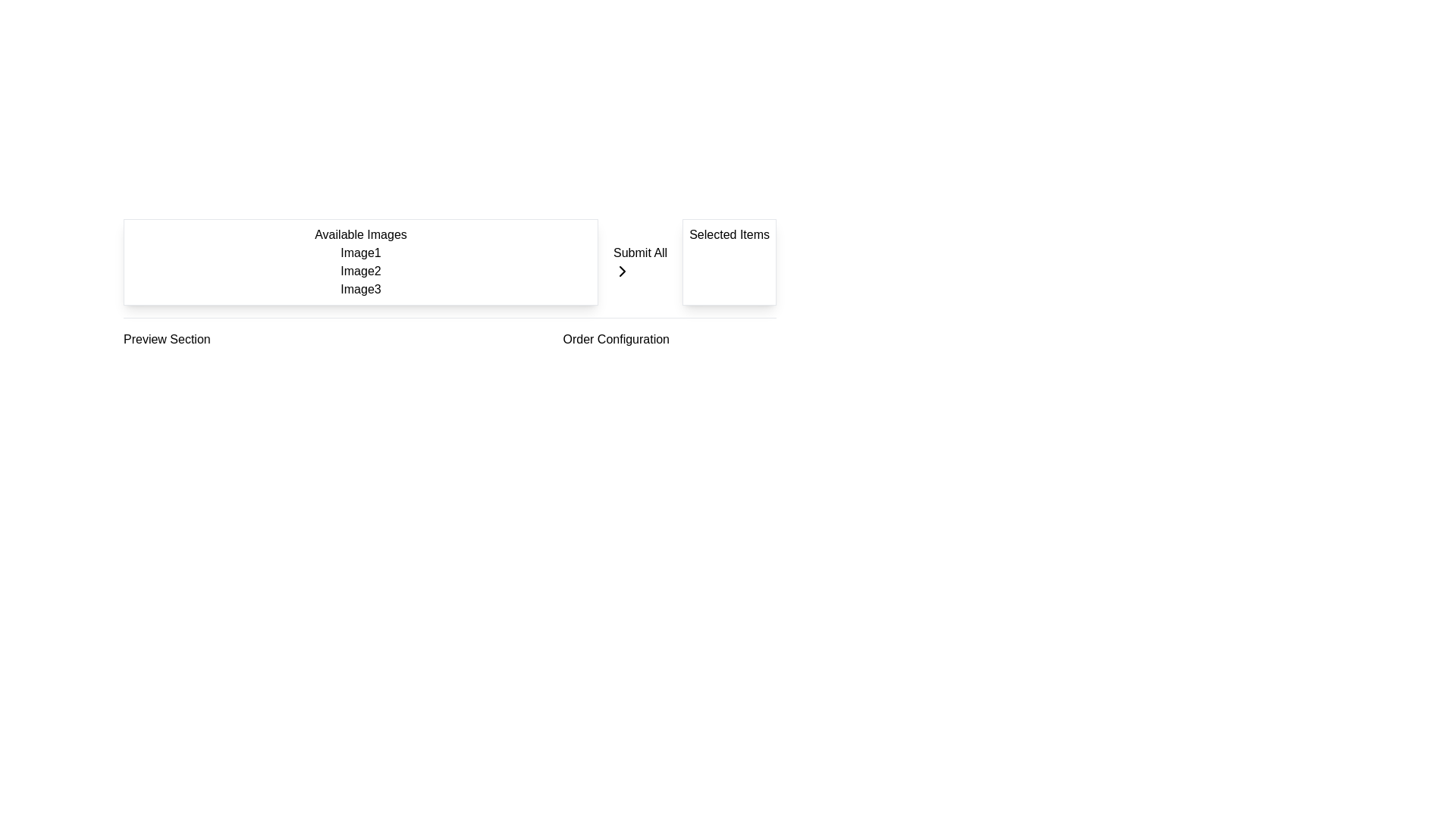  What do you see at coordinates (640, 262) in the screenshot?
I see `the 'Submit All' button to move all selected images to the saved list` at bounding box center [640, 262].